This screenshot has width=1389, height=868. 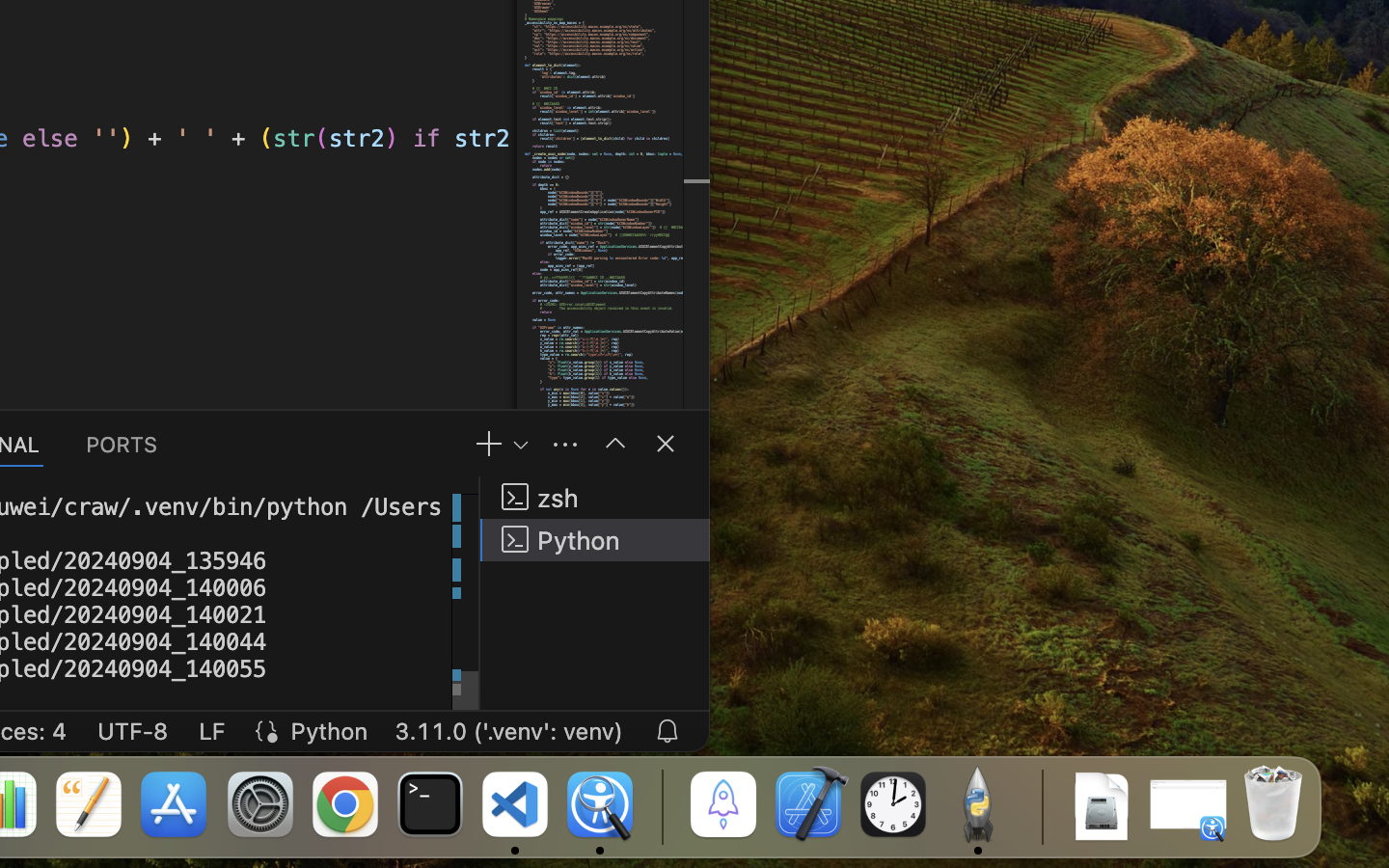 I want to click on 'Python ', so click(x=594, y=538).